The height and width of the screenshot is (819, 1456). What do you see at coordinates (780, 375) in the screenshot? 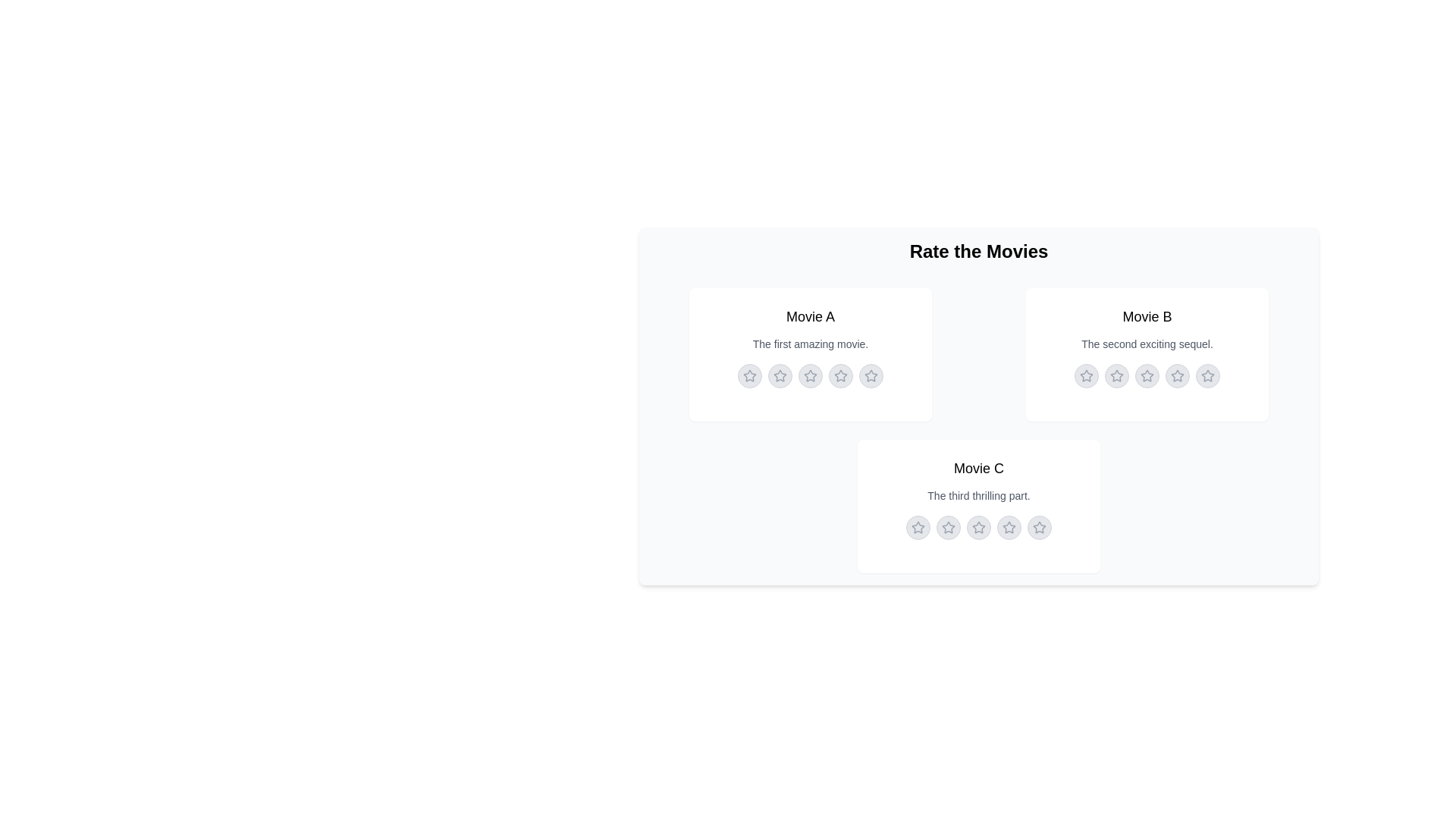
I see `the rounded light gray button with an outlined star icon, which is the second button in the series under the 'Movie A' card, to activate its hover state` at bounding box center [780, 375].